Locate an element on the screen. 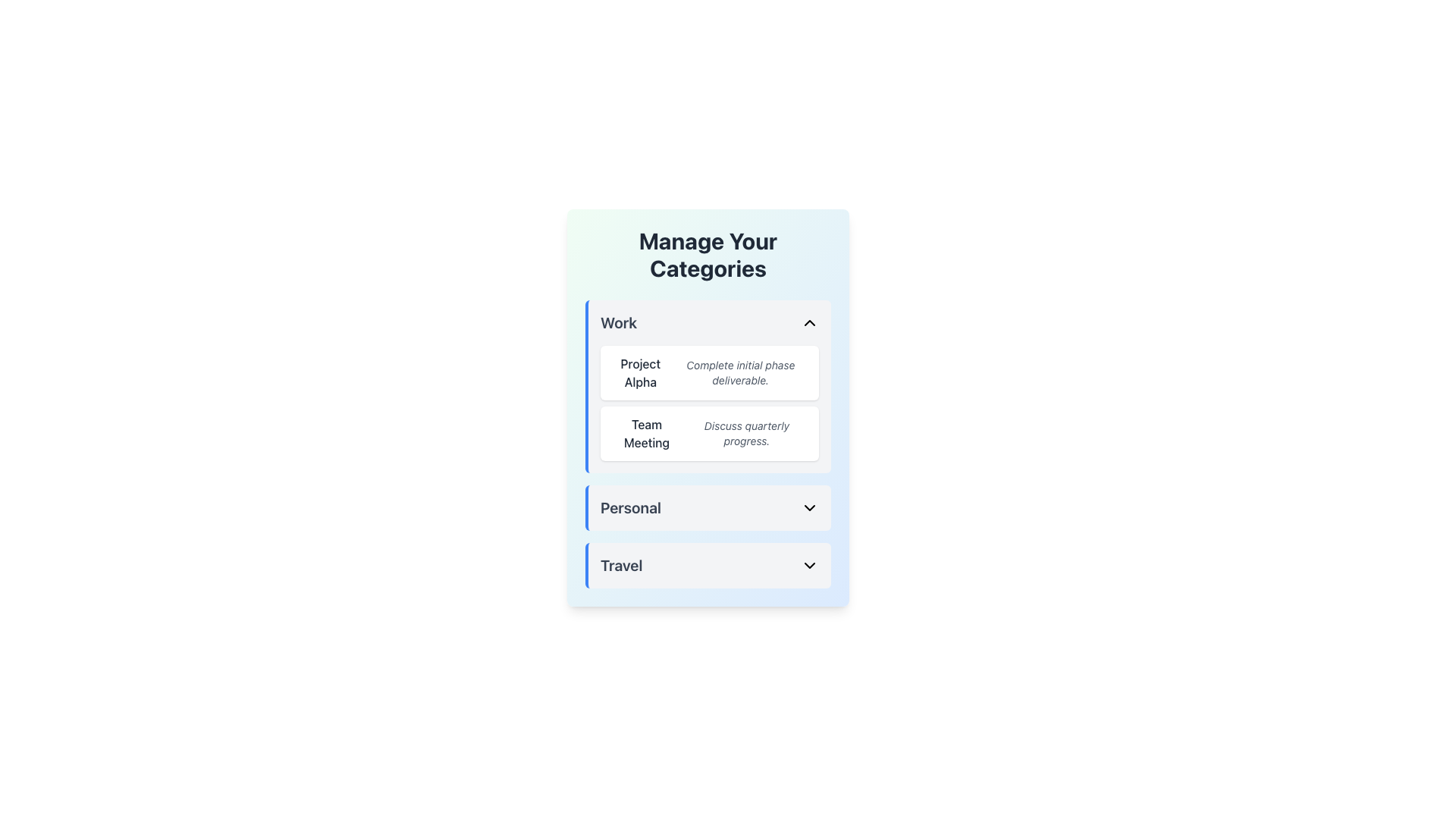 Image resolution: width=1456 pixels, height=819 pixels. the dropdown or collapsible menu toggle for the 'Personal' category, which is the second section in a vertically stacked list located between the 'Work' and 'Travel' sections is located at coordinates (709, 508).